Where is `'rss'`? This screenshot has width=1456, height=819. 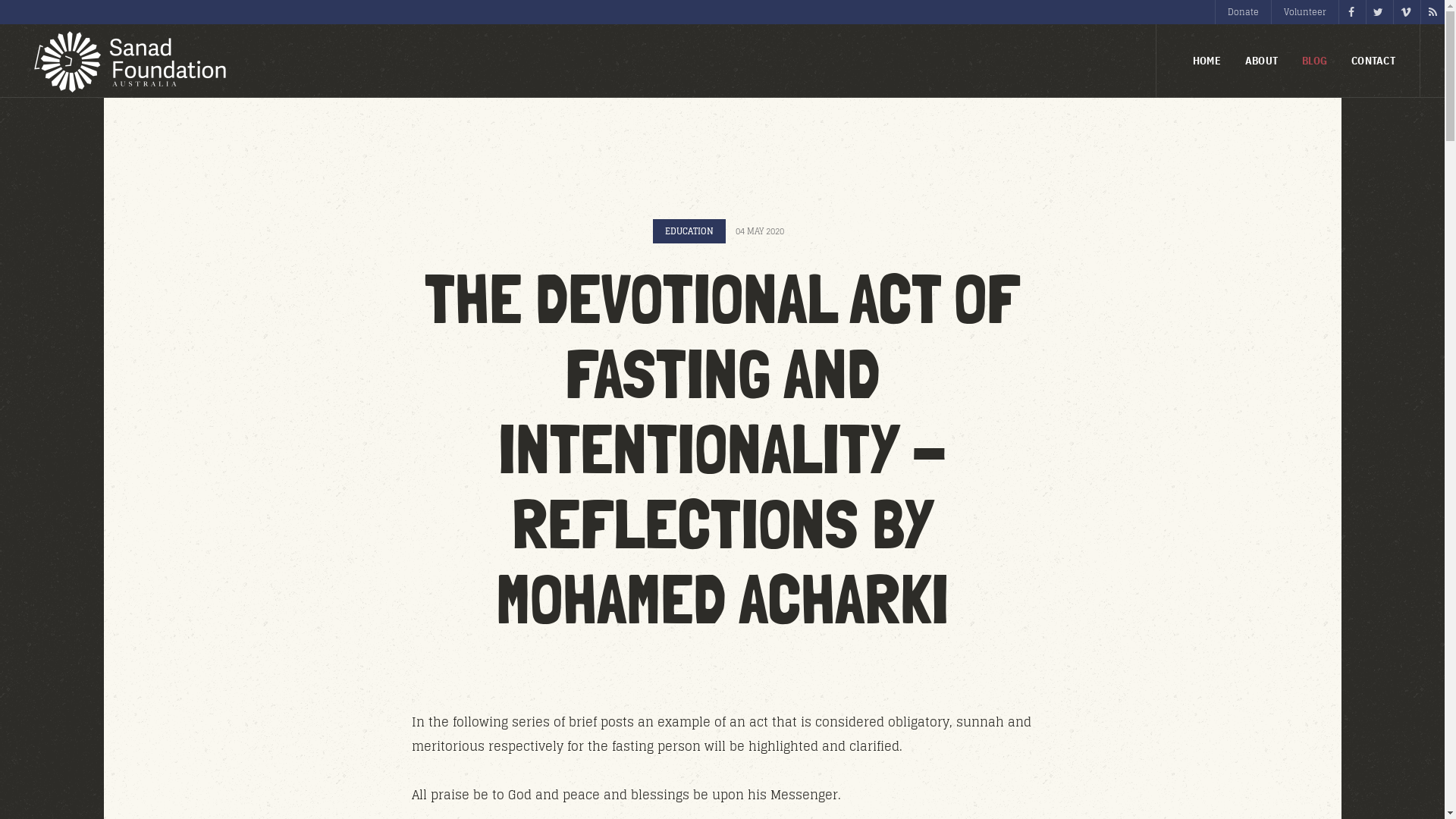 'rss' is located at coordinates (1432, 11).